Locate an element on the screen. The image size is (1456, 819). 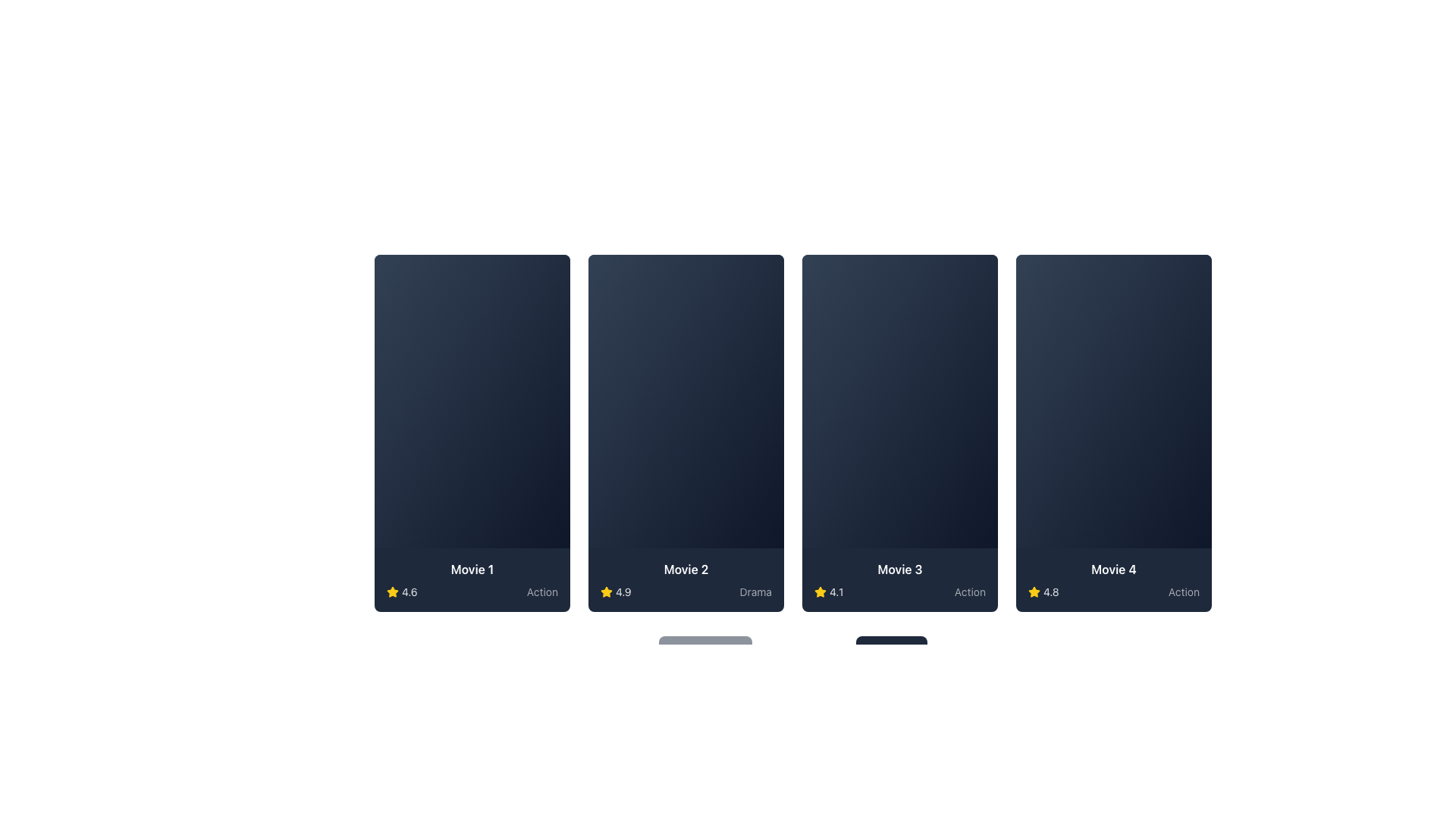
the leftward chevron icon, which is gray and located to the left of the 'Previous' text is located at coordinates (678, 651).